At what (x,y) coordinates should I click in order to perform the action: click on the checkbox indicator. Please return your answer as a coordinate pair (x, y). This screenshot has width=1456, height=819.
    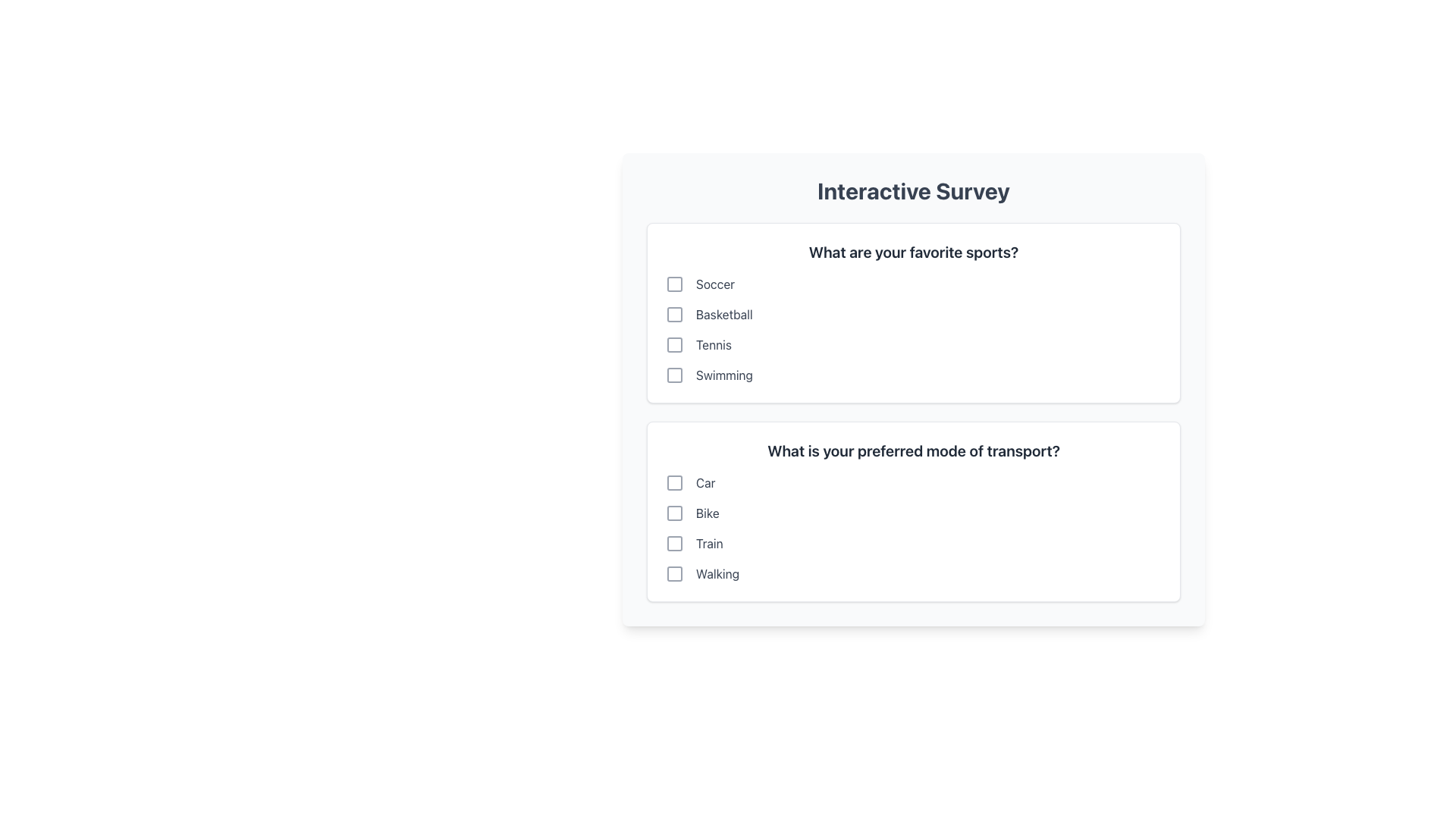
    Looking at the image, I should click on (673, 314).